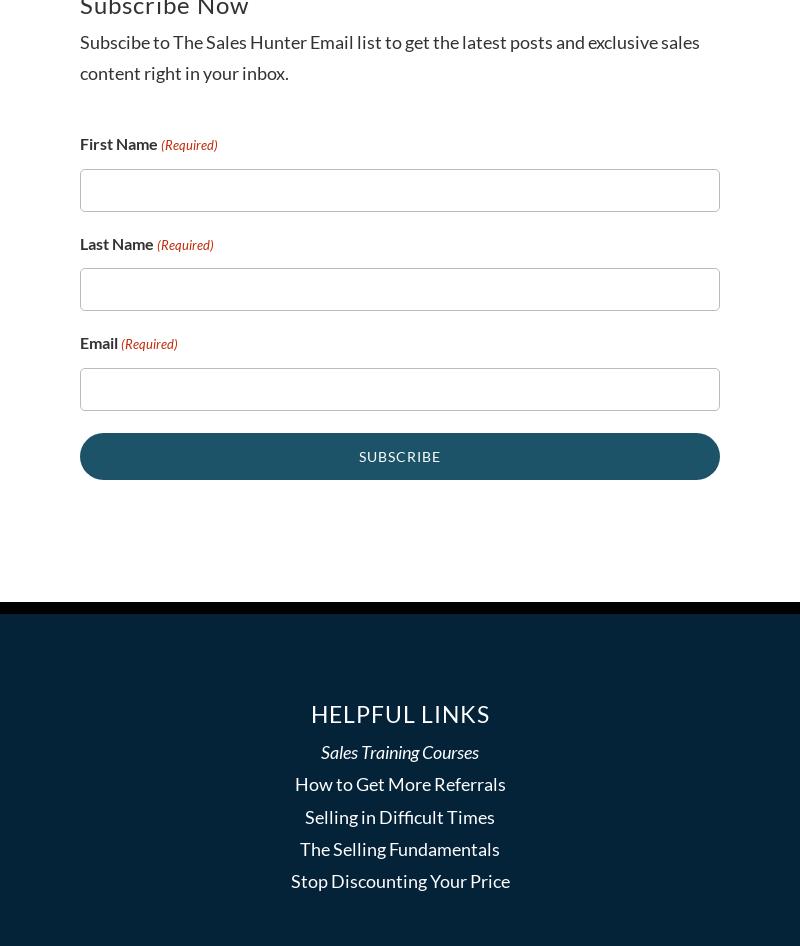 Image resolution: width=800 pixels, height=946 pixels. I want to click on 'Last Name', so click(115, 241).